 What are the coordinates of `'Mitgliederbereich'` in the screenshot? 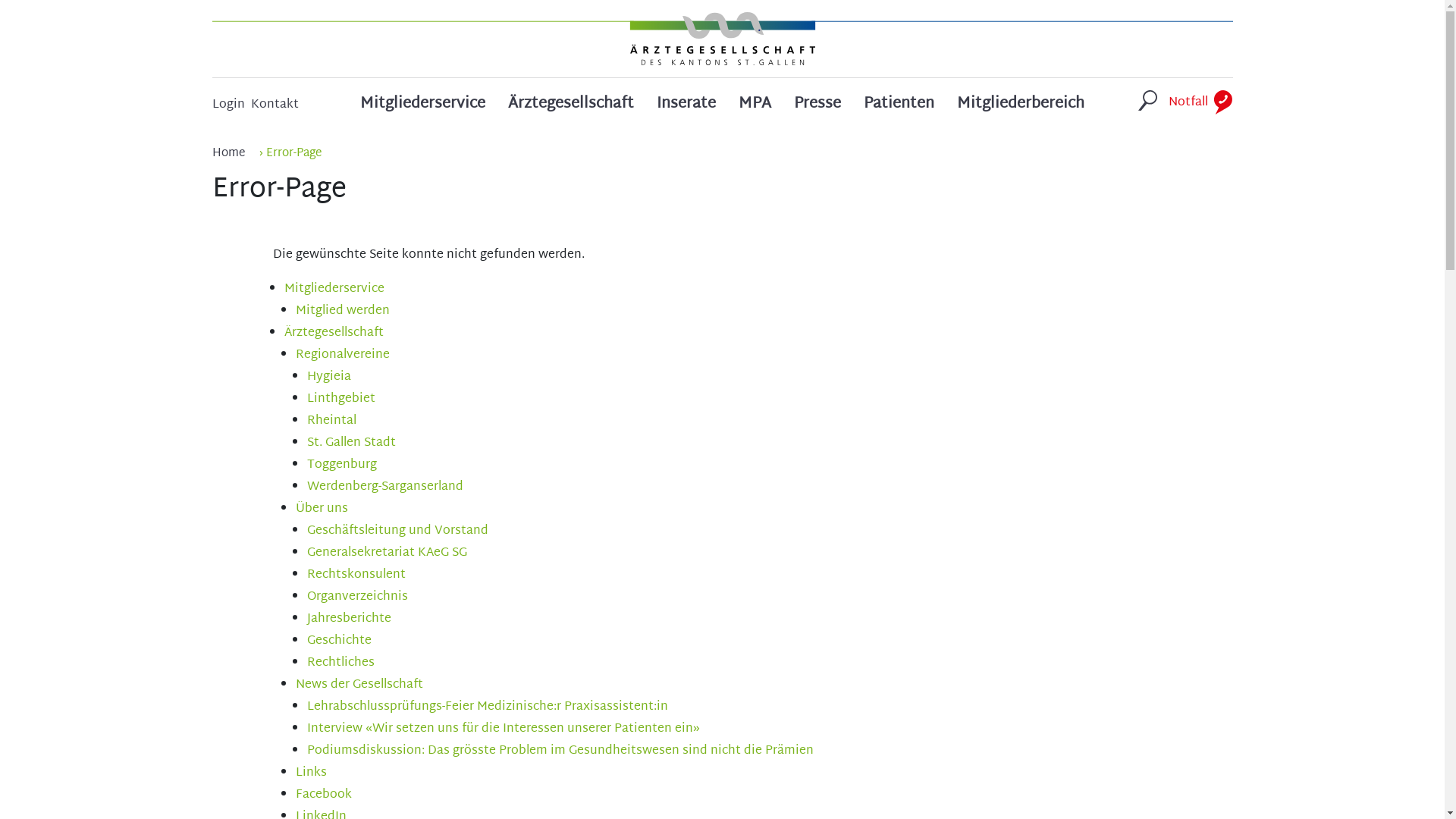 It's located at (1020, 108).